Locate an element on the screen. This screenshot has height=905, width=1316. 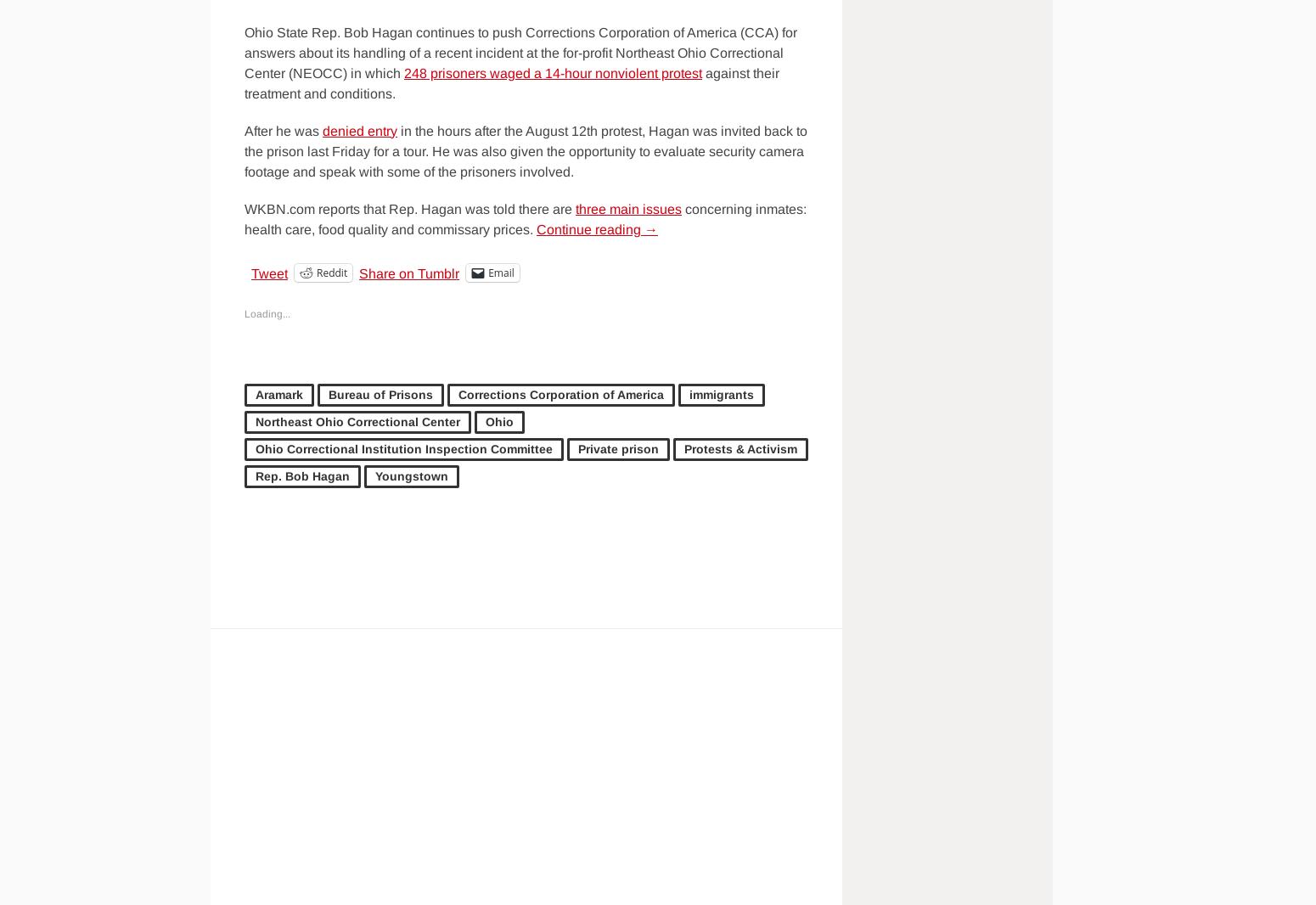
'248 prisoners waged a 14-hour nonviolent protest' is located at coordinates (552, 71).